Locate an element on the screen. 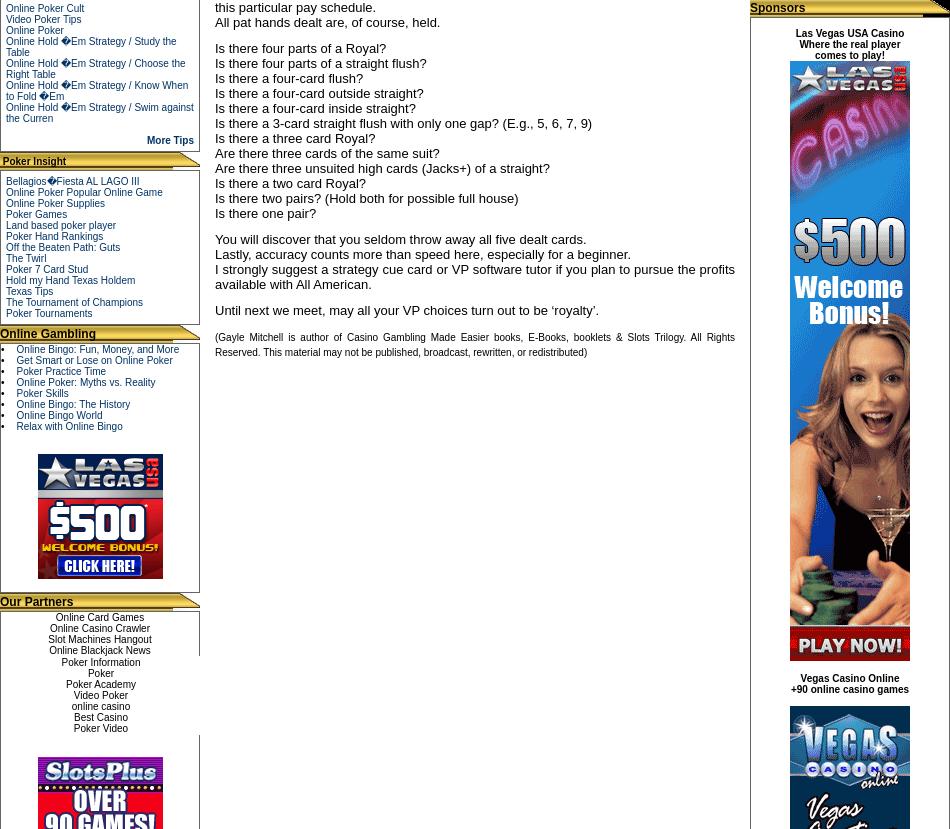 This screenshot has height=829, width=950. 'Is there a four-card outside straight?' is located at coordinates (318, 93).